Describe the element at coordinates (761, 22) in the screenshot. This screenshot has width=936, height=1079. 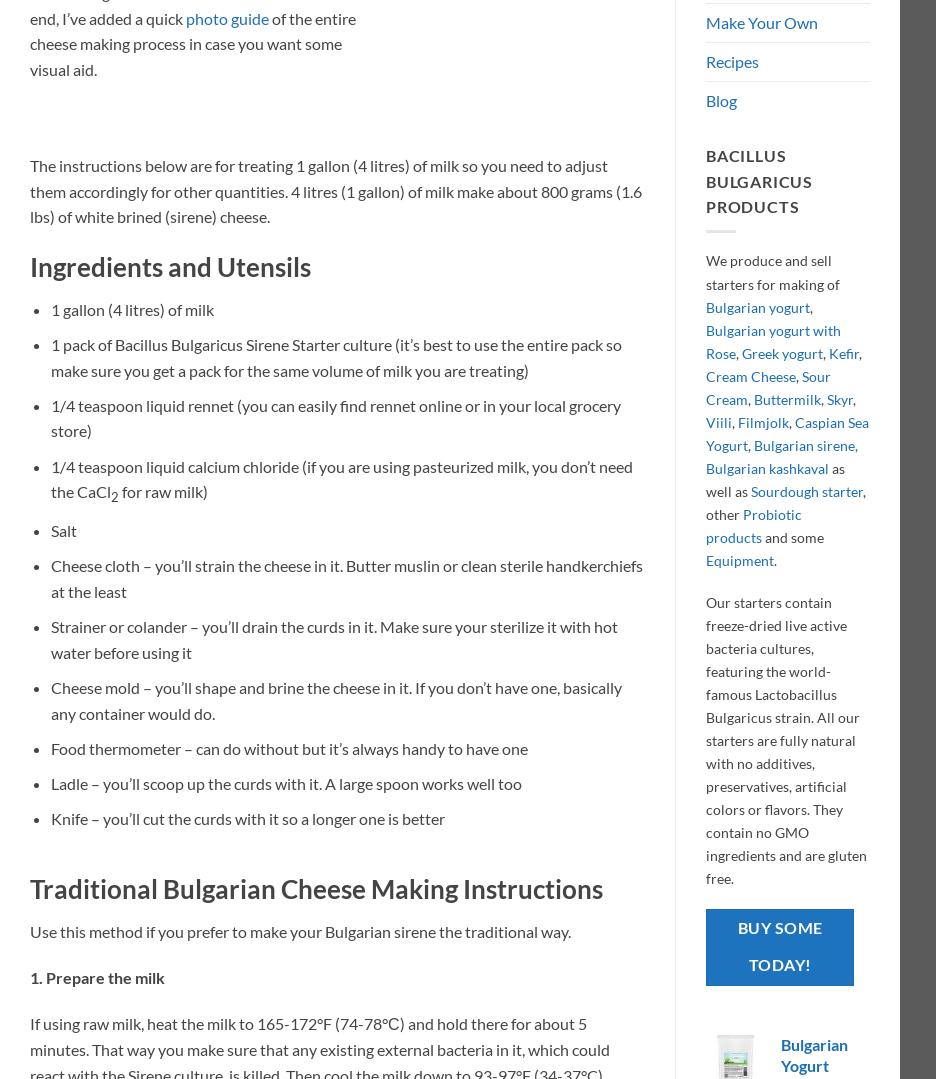
I see `'Make Your Own'` at that location.